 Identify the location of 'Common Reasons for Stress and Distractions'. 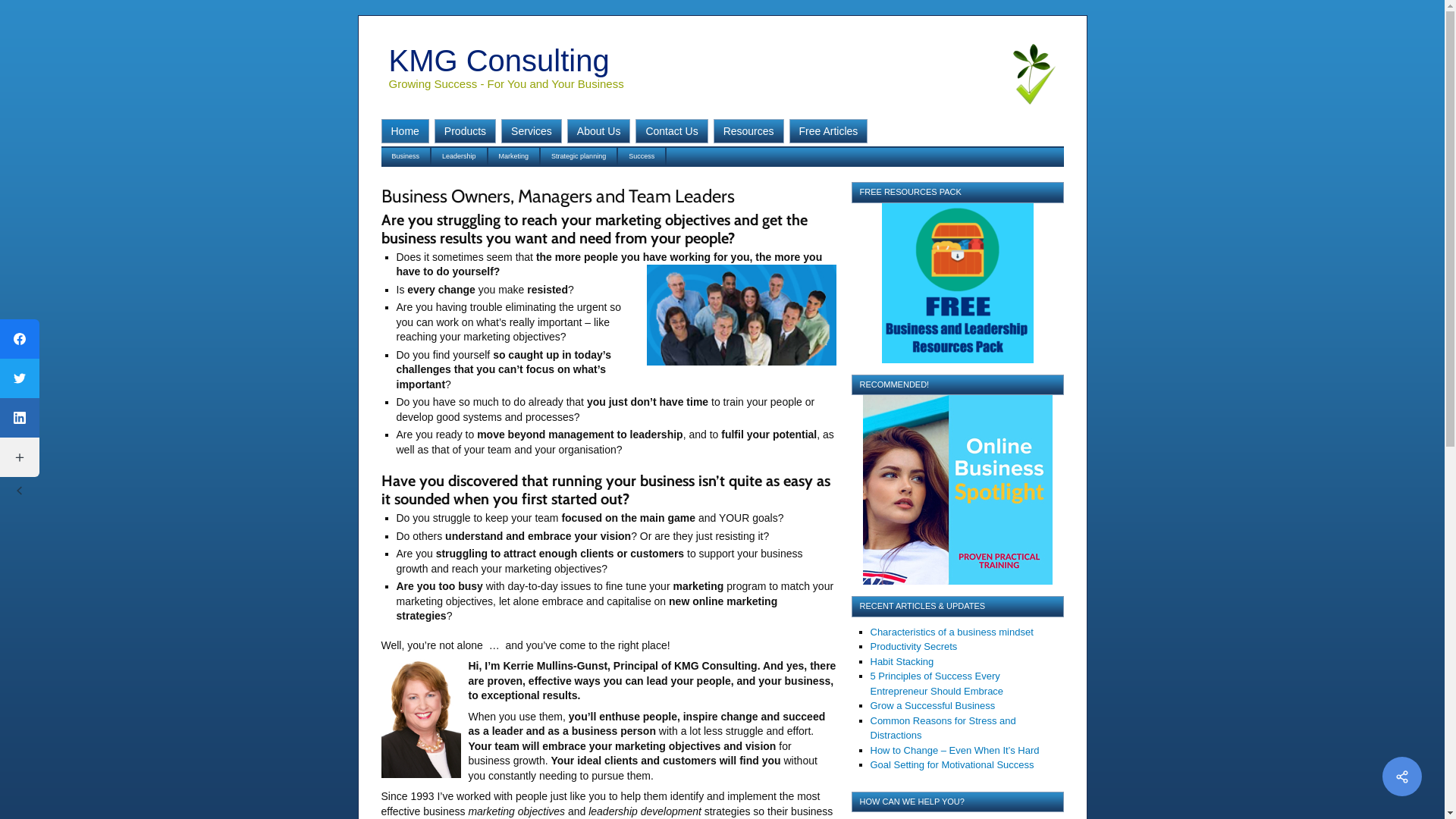
(942, 726).